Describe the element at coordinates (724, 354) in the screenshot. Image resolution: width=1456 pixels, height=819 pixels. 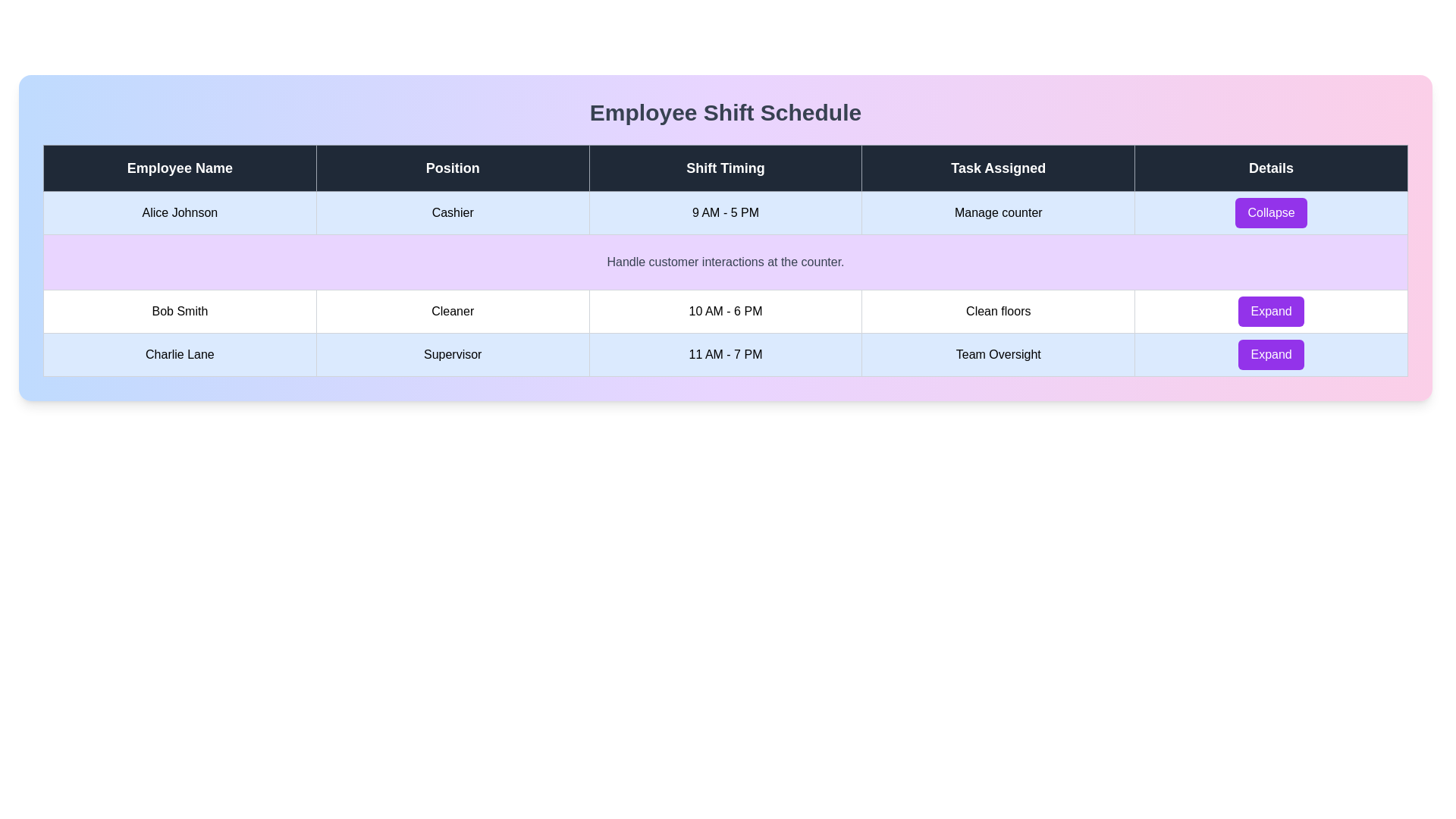
I see `shift timing details for the employee 'Charlie Lane' from the text label located in the 'Shift Timing' column, which is the third element in its row` at that location.